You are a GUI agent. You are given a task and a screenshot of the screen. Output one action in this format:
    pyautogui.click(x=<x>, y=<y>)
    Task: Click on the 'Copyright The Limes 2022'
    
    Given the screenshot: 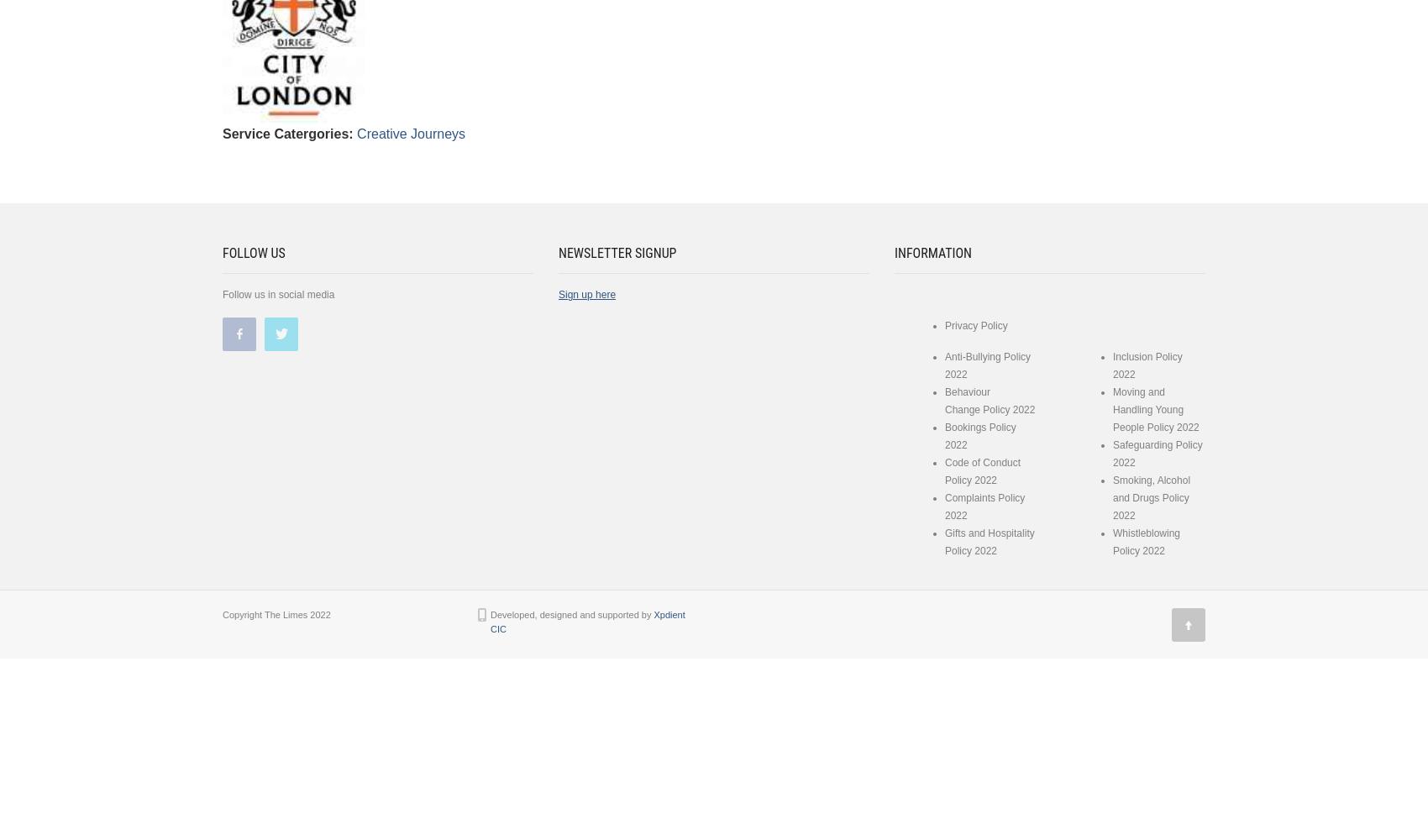 What is the action you would take?
    pyautogui.click(x=275, y=614)
    